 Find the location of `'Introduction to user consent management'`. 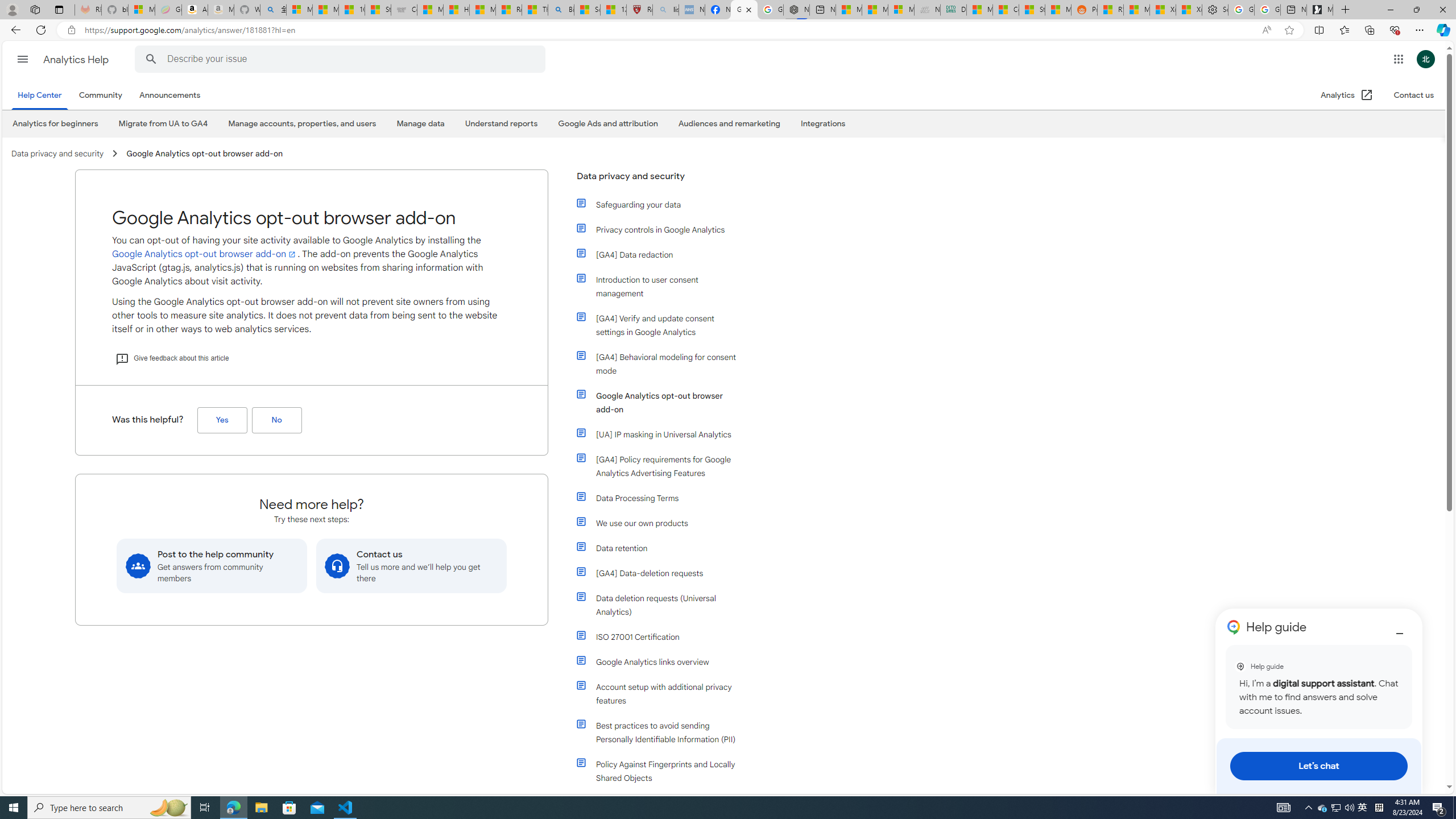

'Introduction to user consent management' is located at coordinates (658, 286).